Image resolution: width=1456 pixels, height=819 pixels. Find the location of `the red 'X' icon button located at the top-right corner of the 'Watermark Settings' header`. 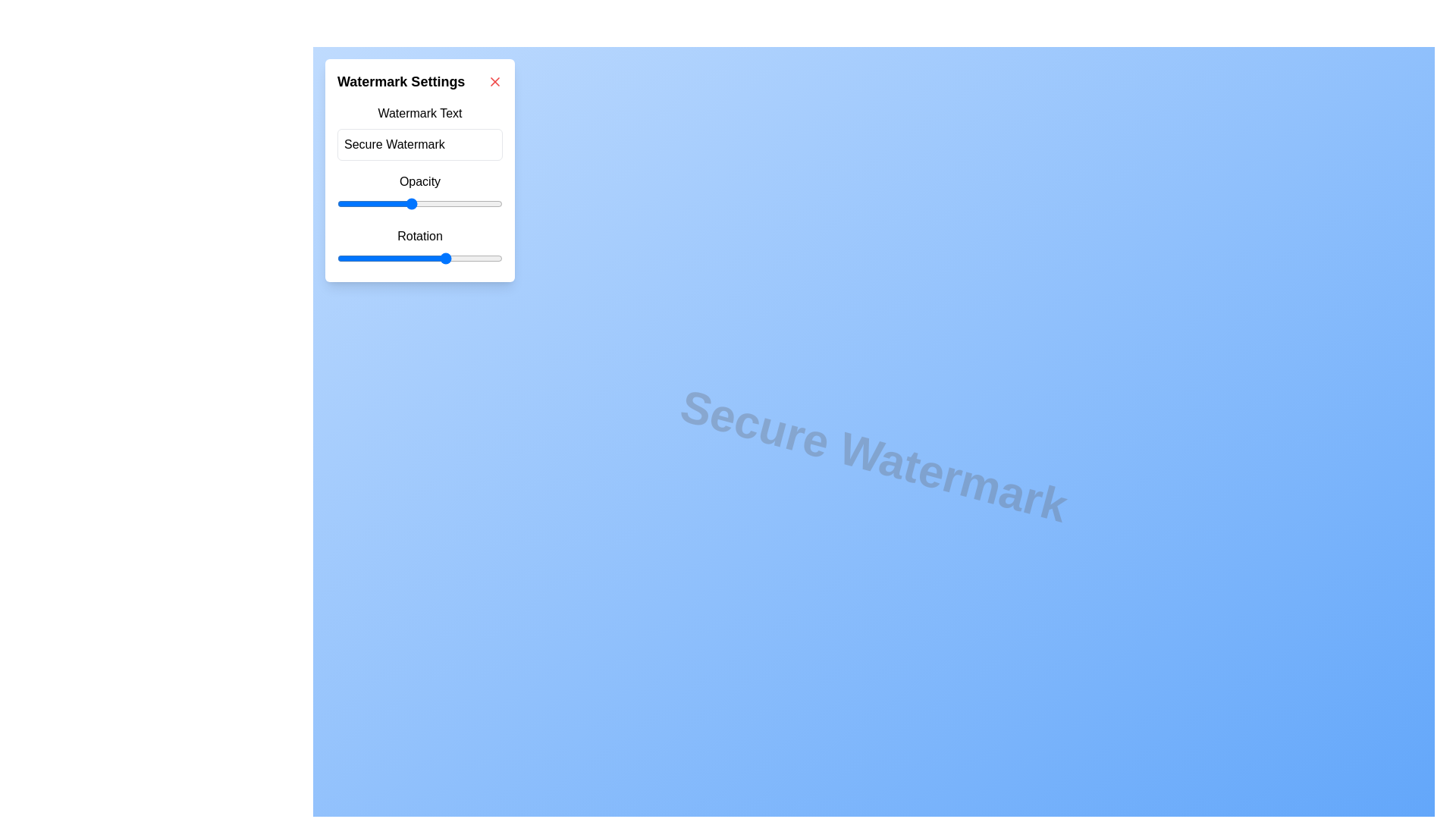

the red 'X' icon button located at the top-right corner of the 'Watermark Settings' header is located at coordinates (494, 82).